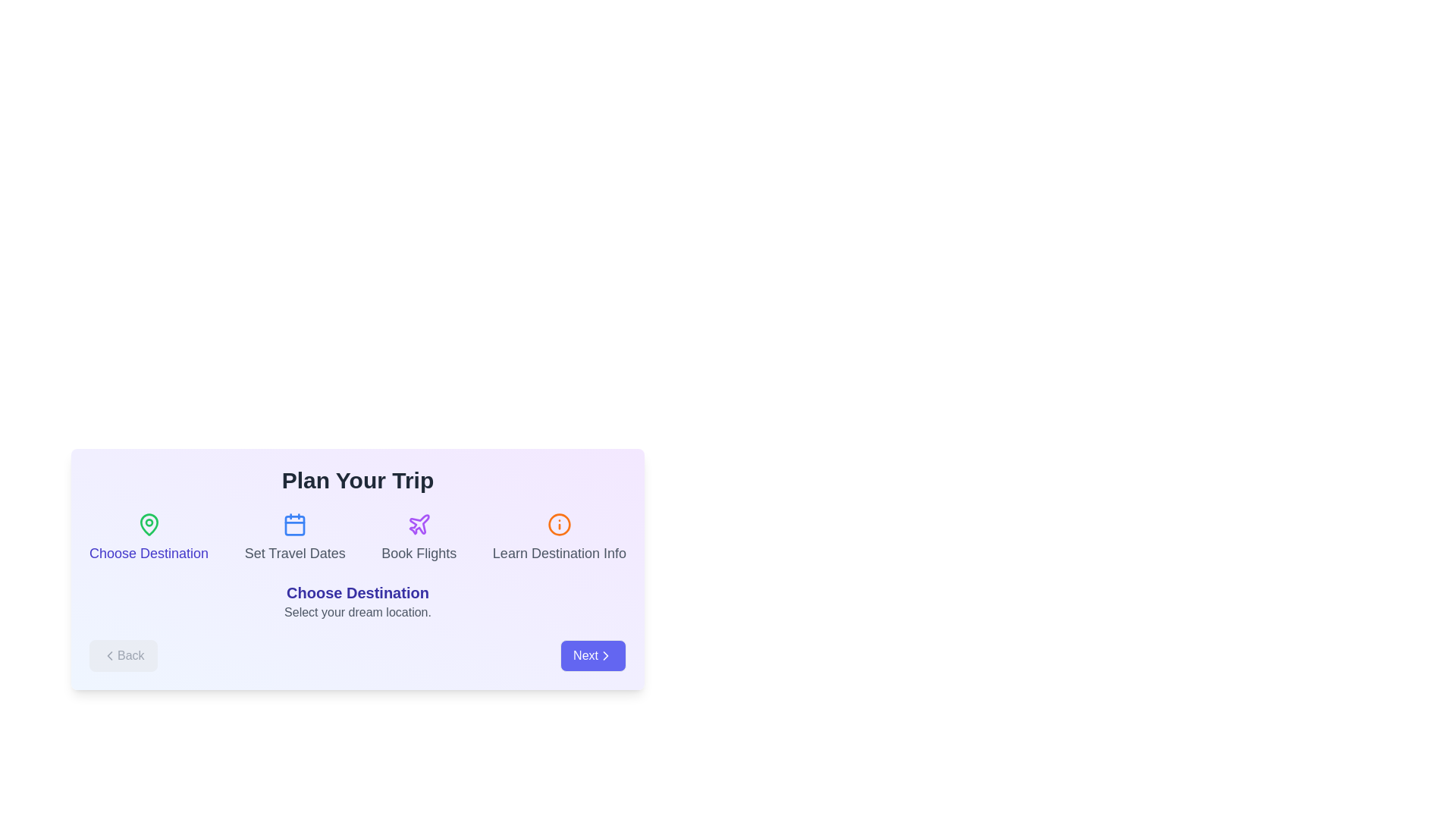  I want to click on the Icon with accompanying label text that symbolizes the first step in the flow related to choosing a destination, located just below the heading 'Plan Your Trip', so click(149, 537).